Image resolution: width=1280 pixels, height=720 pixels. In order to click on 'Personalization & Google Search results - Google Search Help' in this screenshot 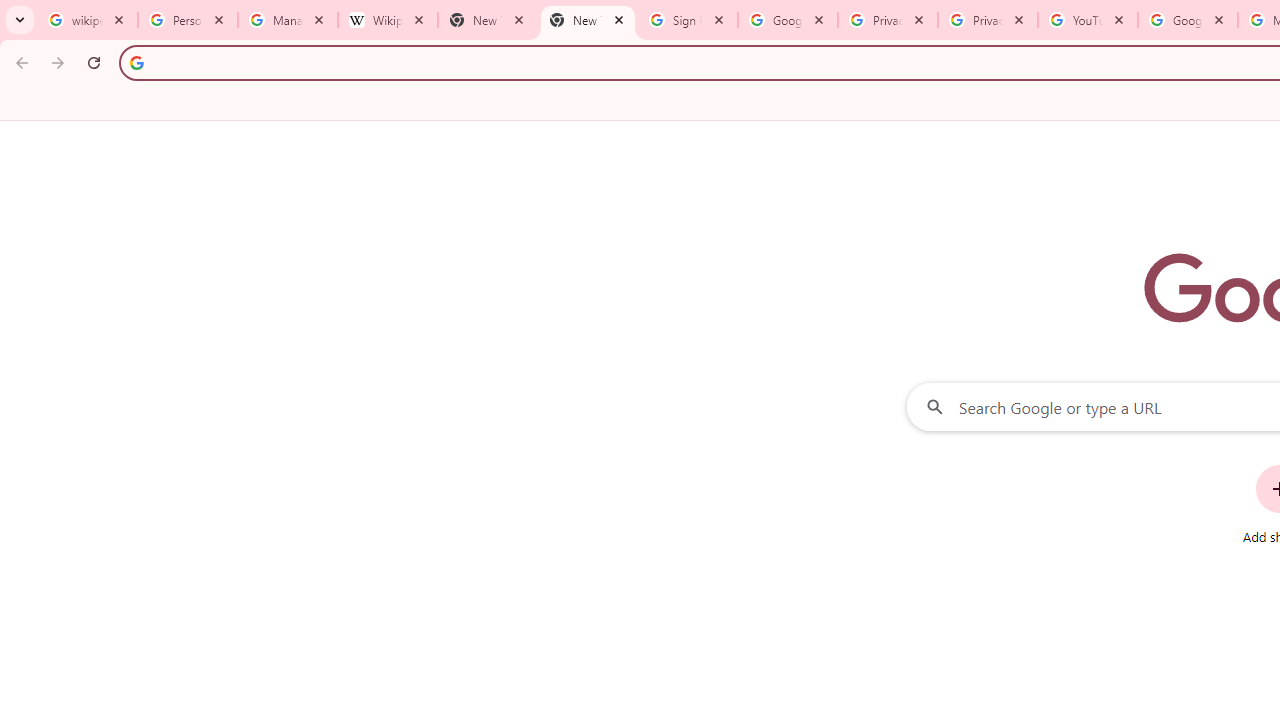, I will do `click(188, 20)`.